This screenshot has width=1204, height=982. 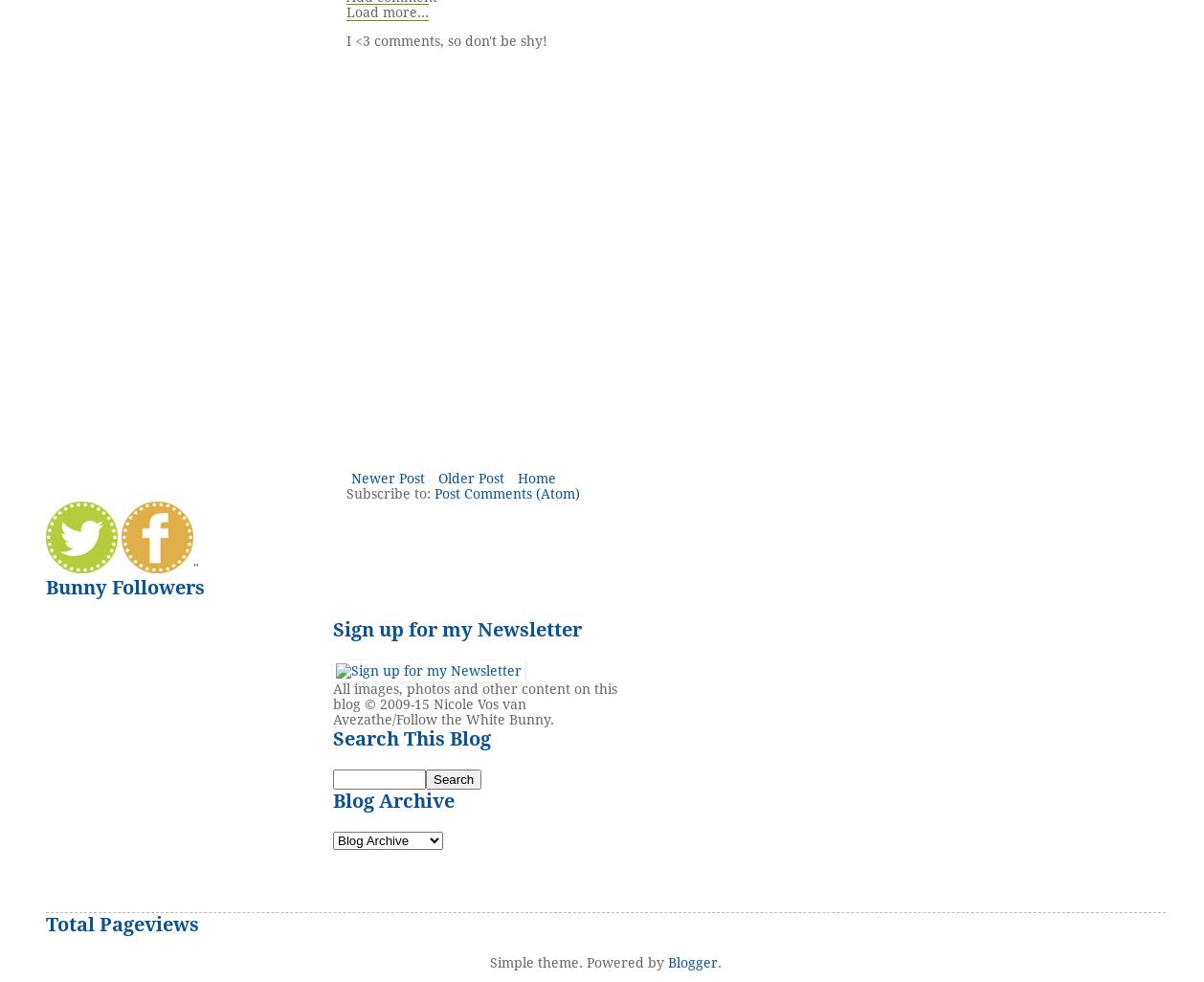 I want to click on 'Bunny Followers', so click(x=124, y=586).